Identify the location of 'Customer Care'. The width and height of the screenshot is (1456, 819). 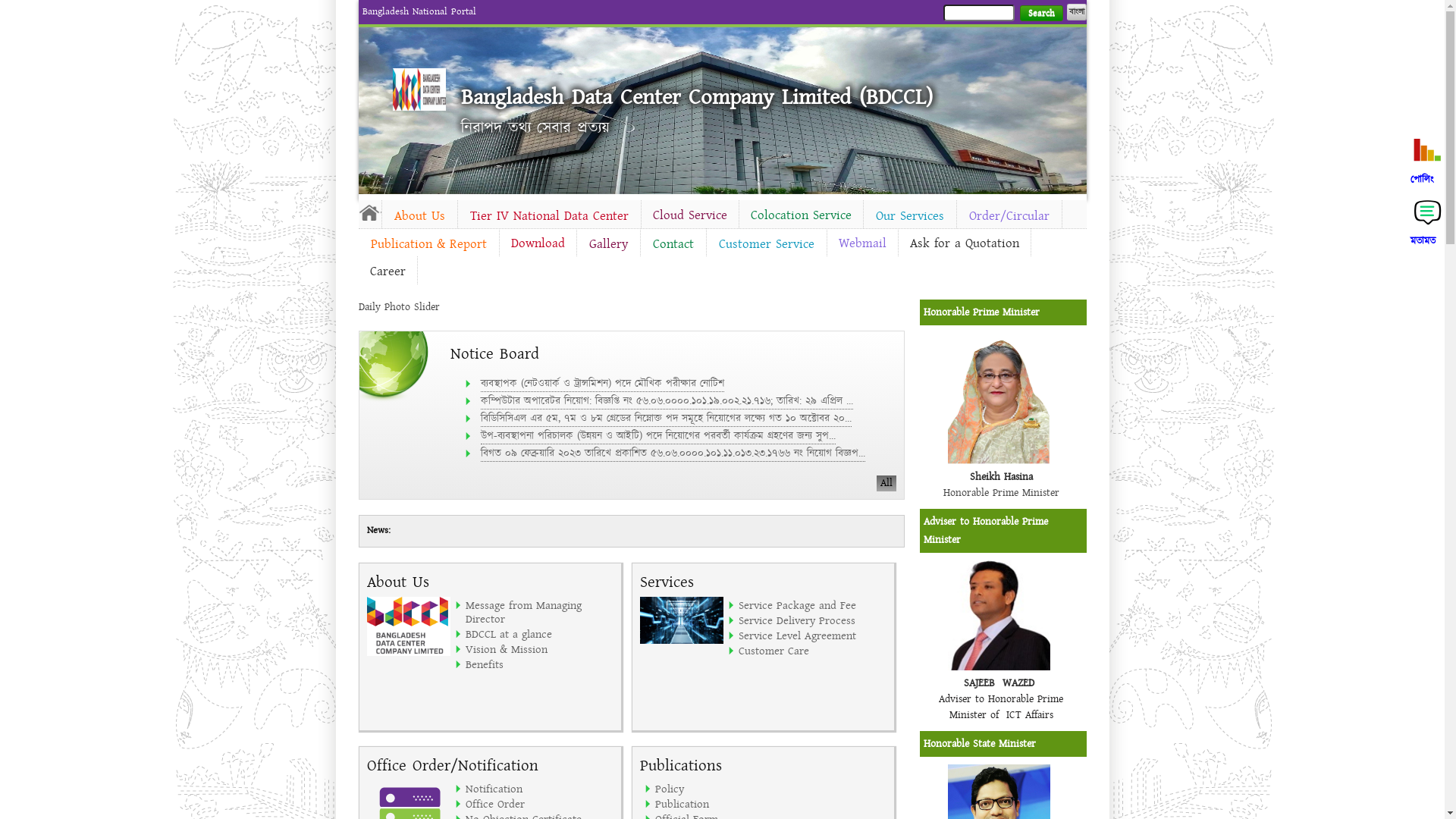
(811, 649).